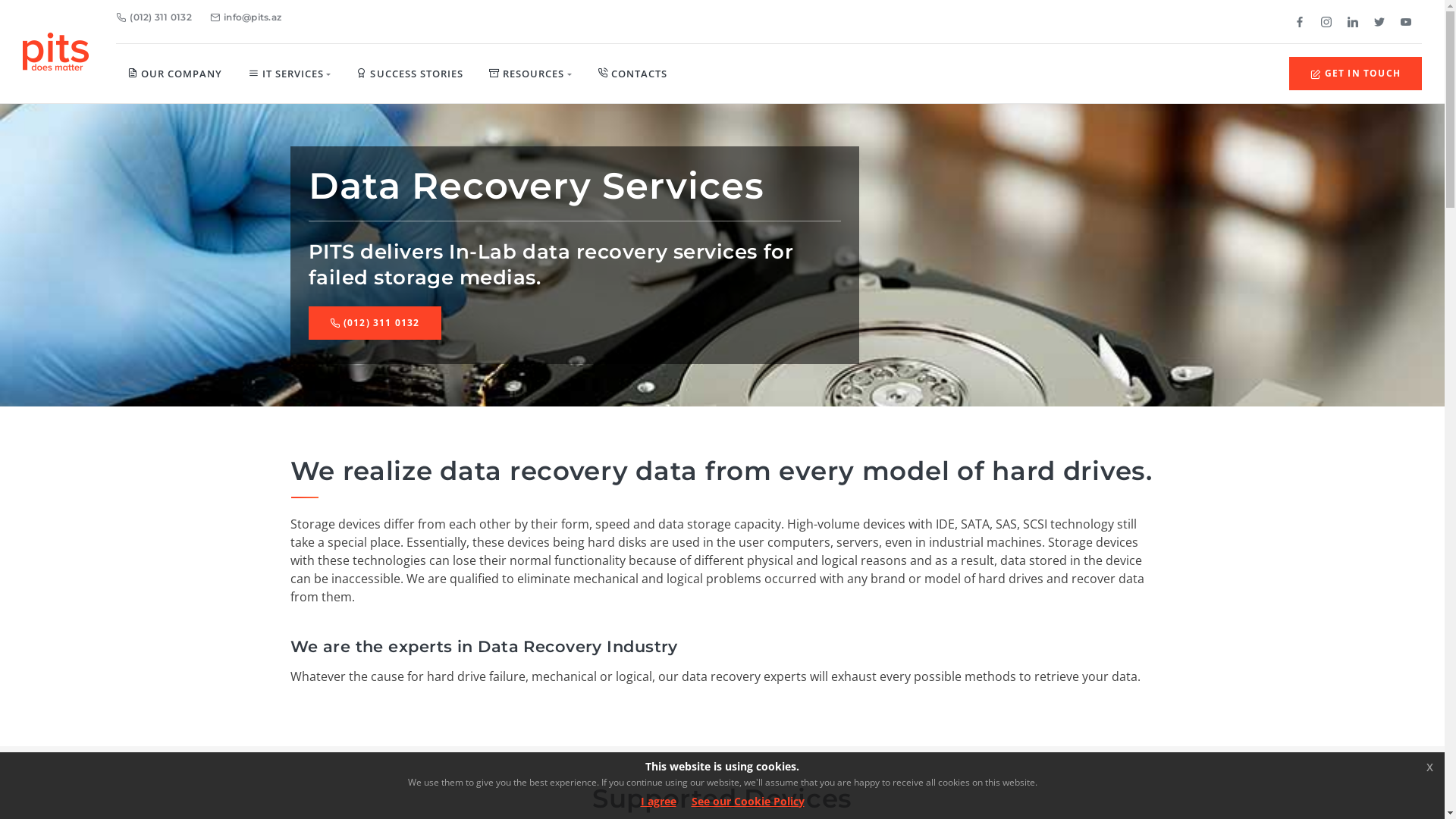 The image size is (1456, 819). Describe the element at coordinates (748, 800) in the screenshot. I see `'See our Cookie Policy'` at that location.